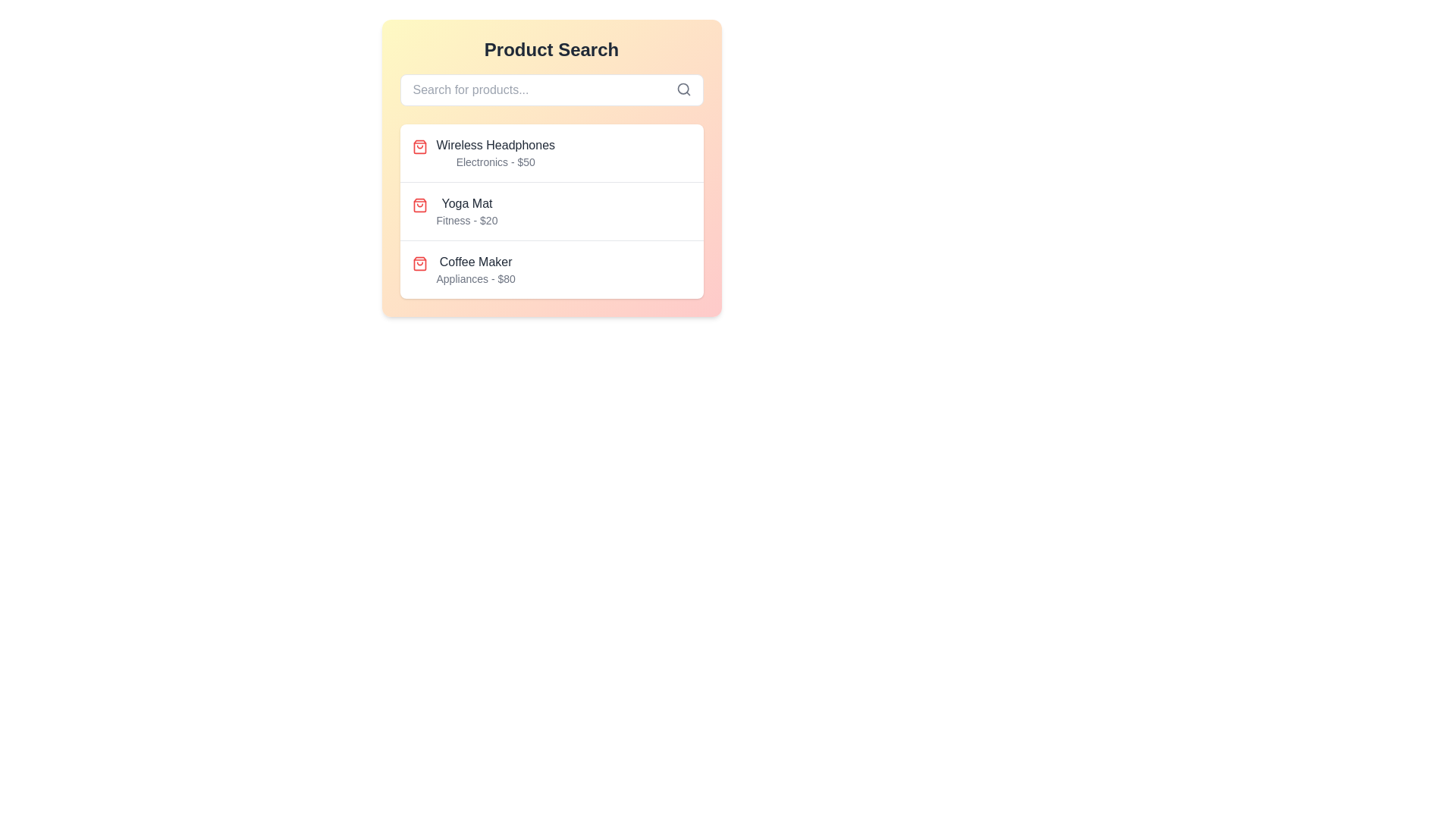  What do you see at coordinates (475, 278) in the screenshot?
I see `the Text label that provides additional information about the product 'Coffee Maker', positioned below its title within the product listing in the 'Product Search' interface` at bounding box center [475, 278].